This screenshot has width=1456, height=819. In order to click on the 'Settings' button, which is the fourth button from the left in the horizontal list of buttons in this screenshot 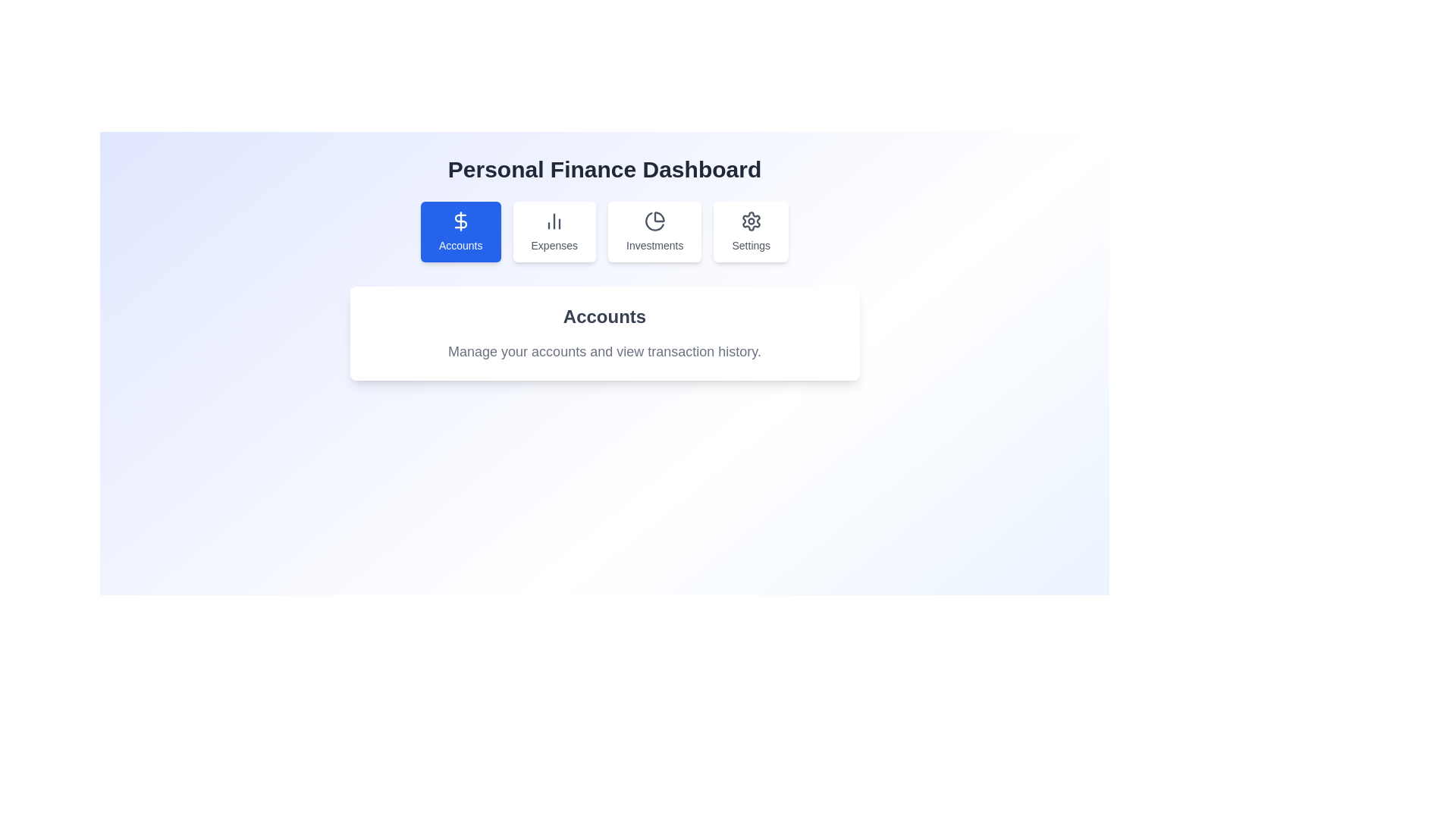, I will do `click(751, 231)`.